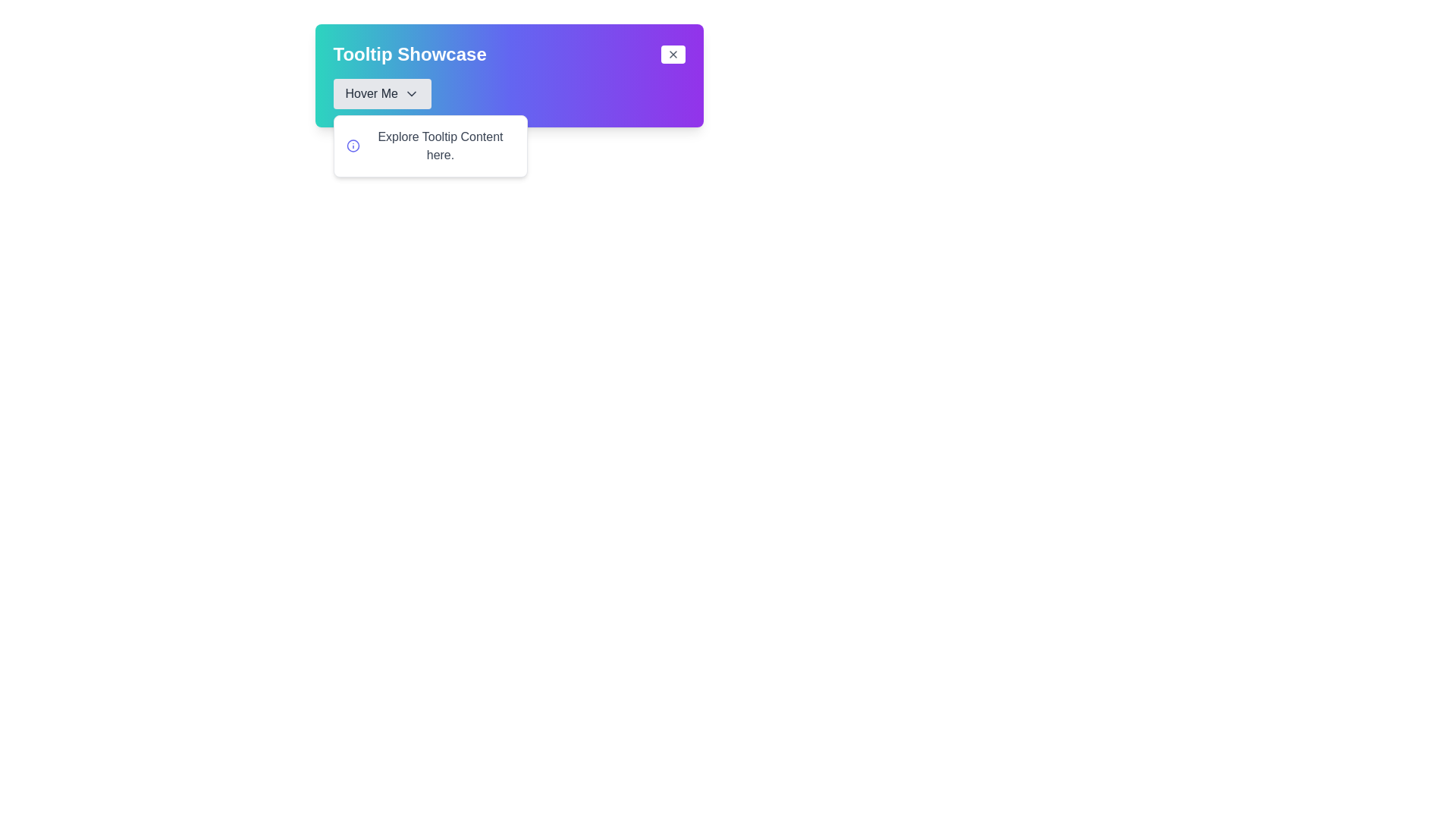 This screenshot has height=819, width=1456. I want to click on the informational icon located before the label 'Explore Tooltip Content here', so click(352, 146).